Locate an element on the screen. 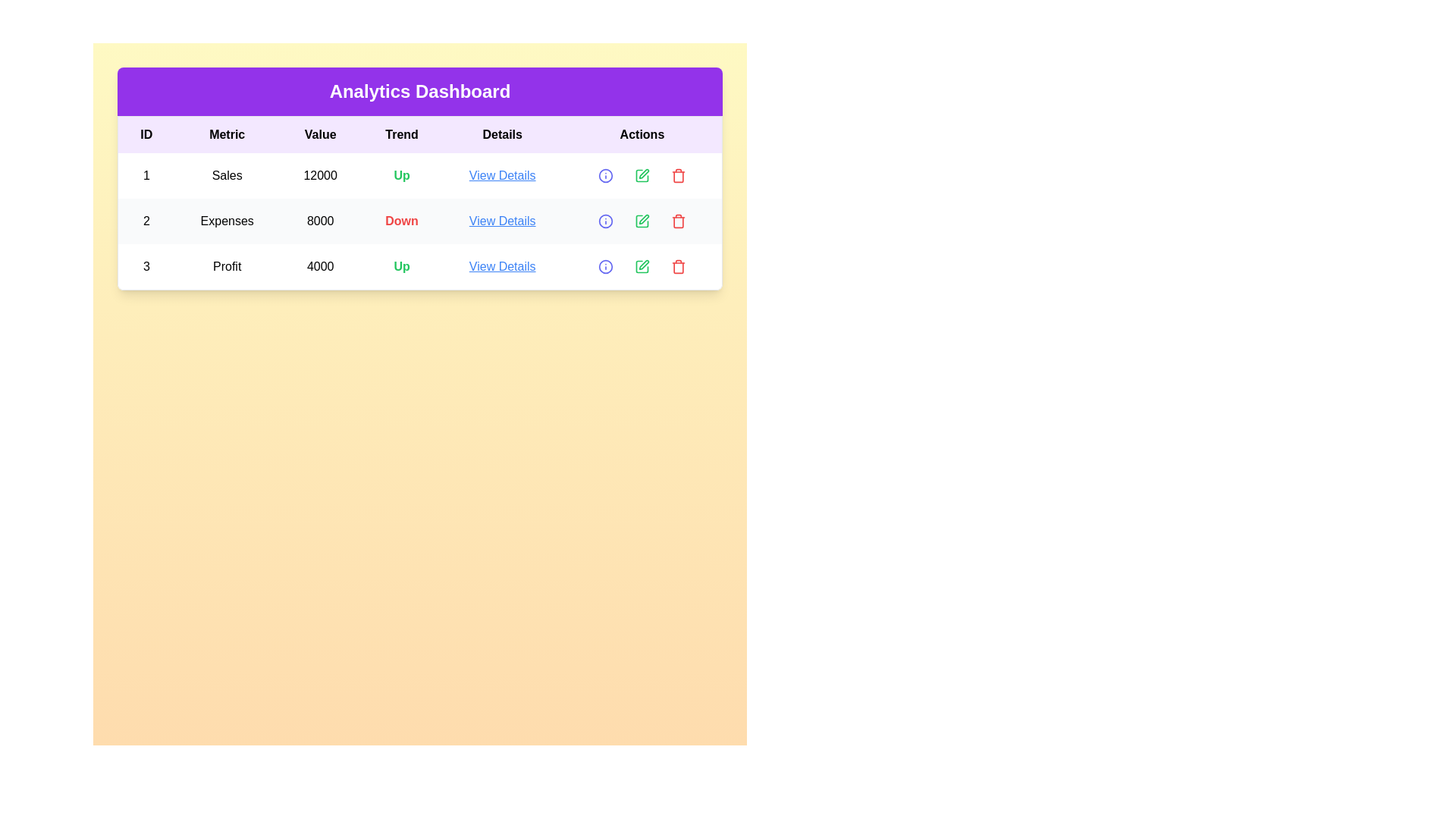  the text label 'Details' displayed prominently in bold black text within the header row of a table, located in the fifth column between 'Trend' and 'Actions' is located at coordinates (502, 133).